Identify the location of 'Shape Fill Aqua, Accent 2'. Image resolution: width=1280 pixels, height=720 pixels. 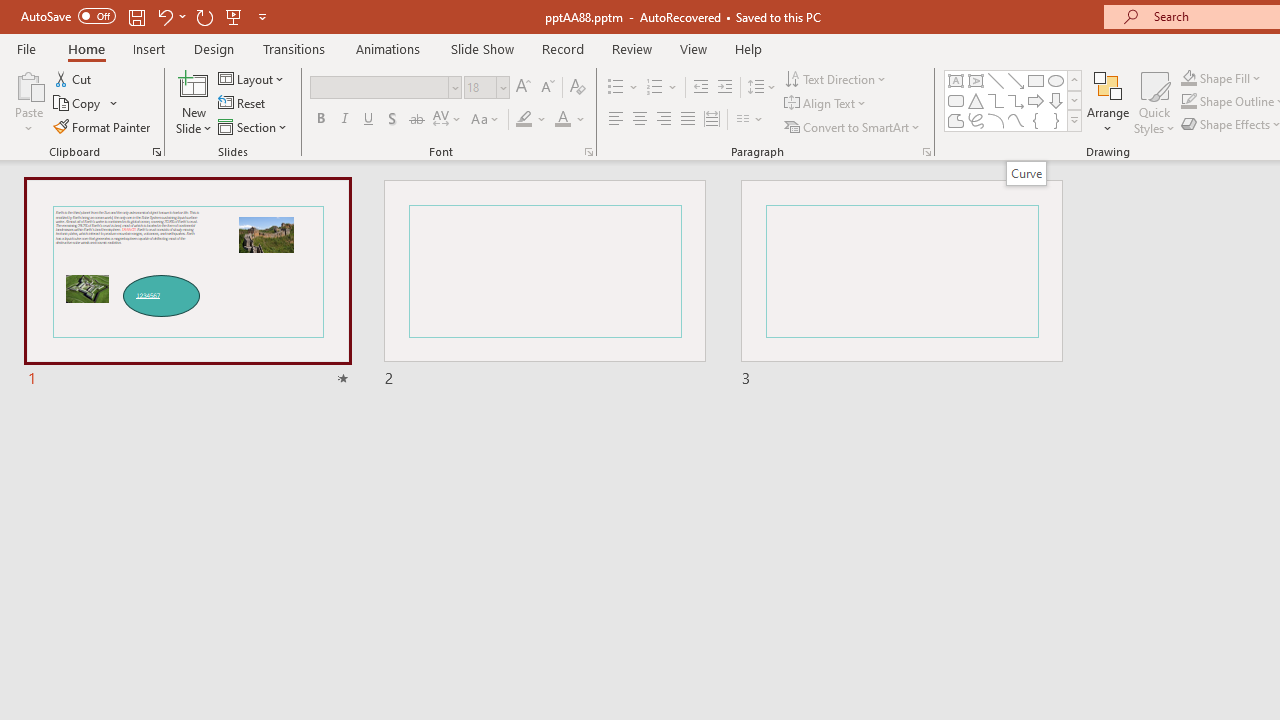
(1189, 77).